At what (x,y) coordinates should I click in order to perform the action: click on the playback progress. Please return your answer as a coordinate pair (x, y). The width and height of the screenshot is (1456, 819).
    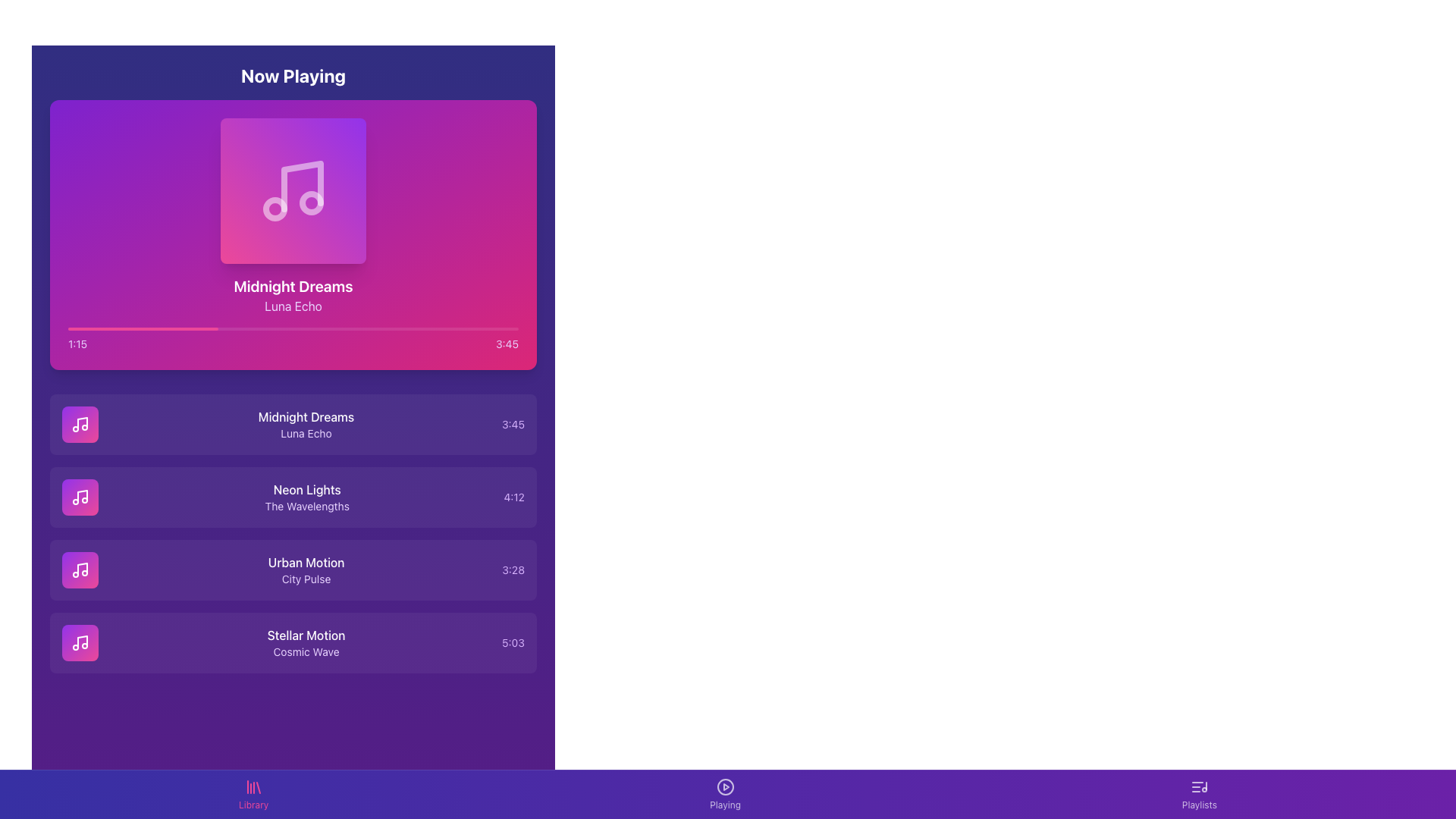
    Looking at the image, I should click on (479, 328).